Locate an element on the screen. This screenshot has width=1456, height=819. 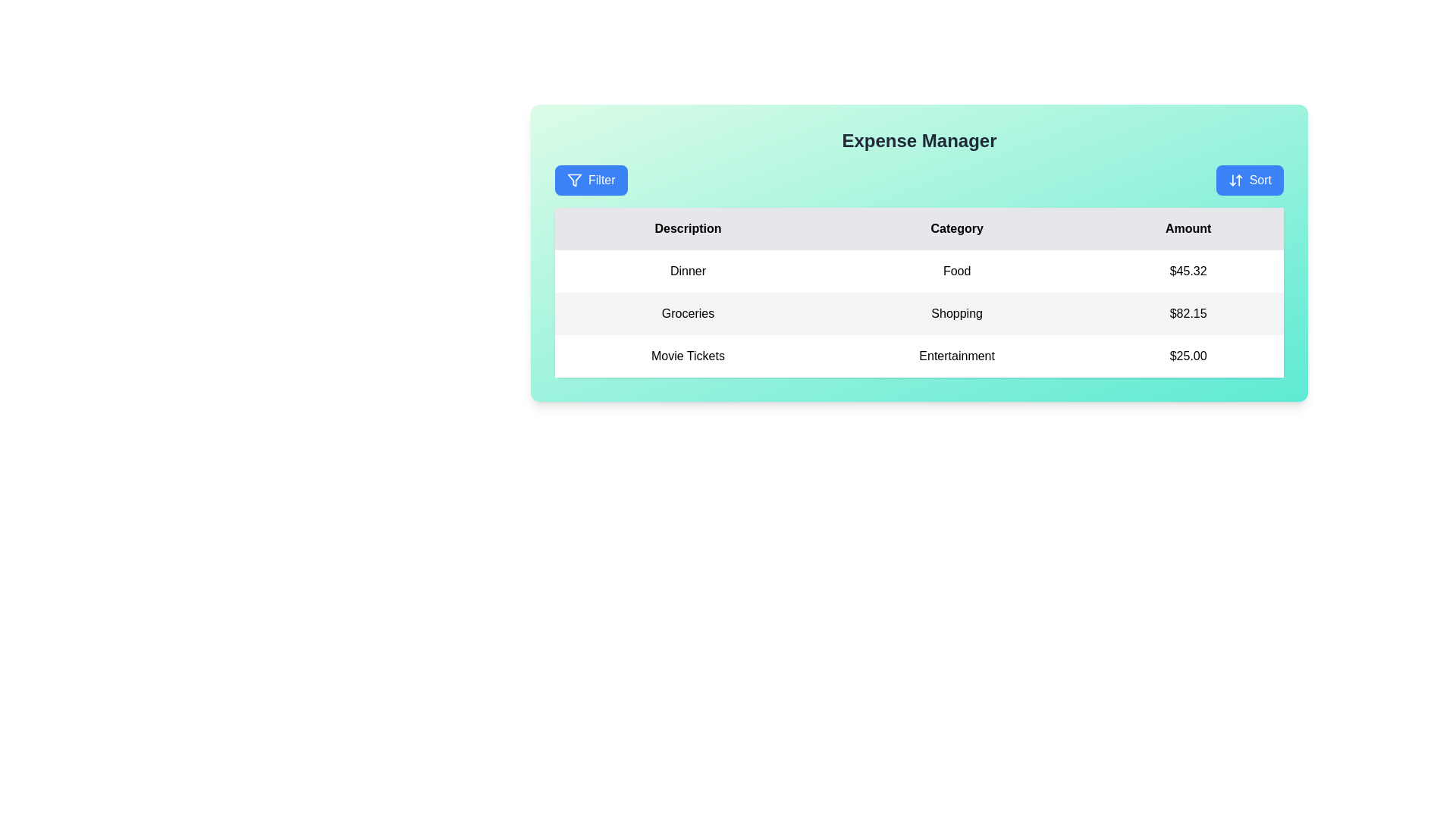
the 'Sort' button icon featuring two arrows, located at the top-right corner of the 'Expense Manager' panel is located at coordinates (1235, 180).